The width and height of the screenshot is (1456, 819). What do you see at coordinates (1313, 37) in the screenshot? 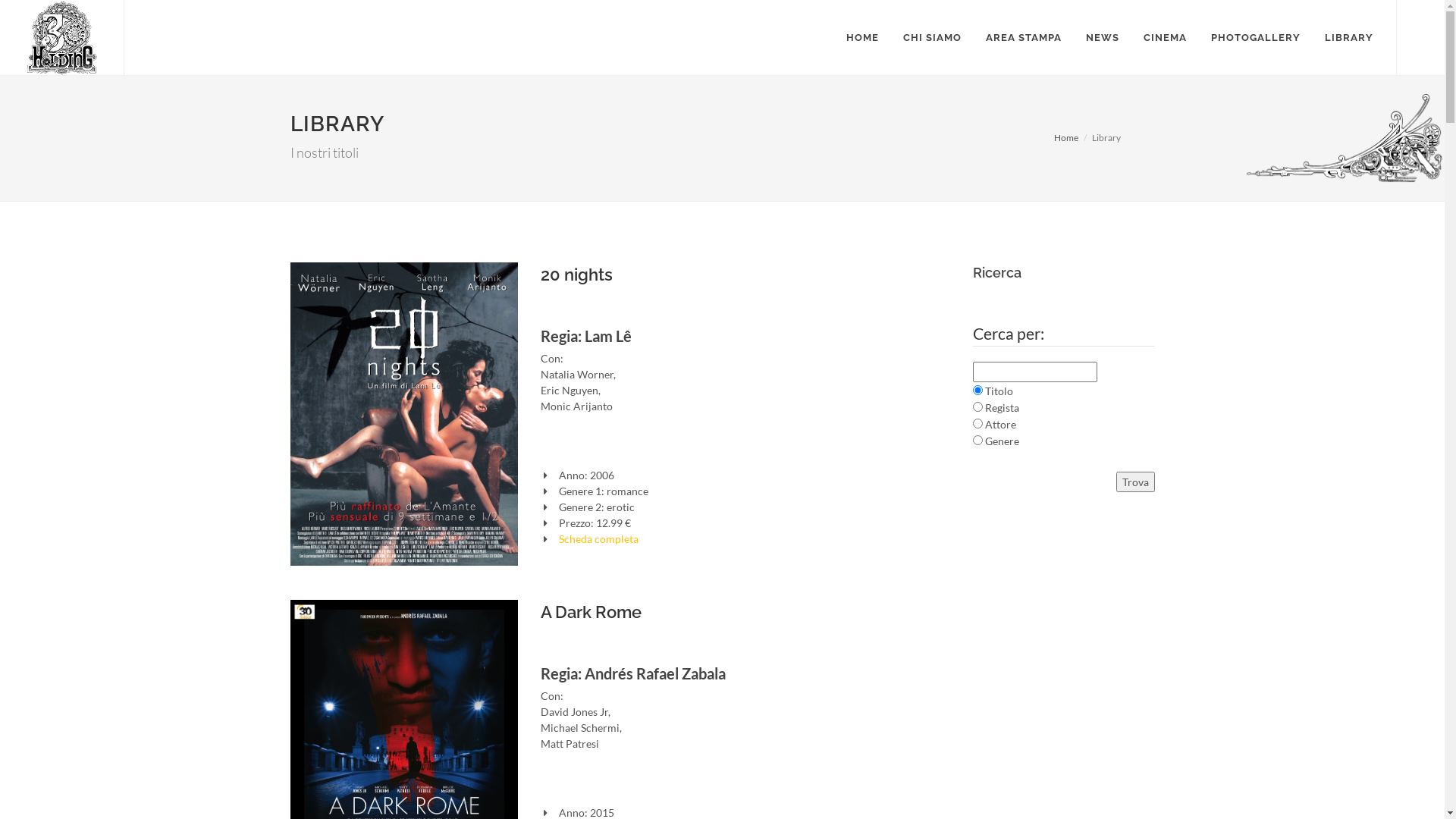
I see `'LIBRARY'` at bounding box center [1313, 37].